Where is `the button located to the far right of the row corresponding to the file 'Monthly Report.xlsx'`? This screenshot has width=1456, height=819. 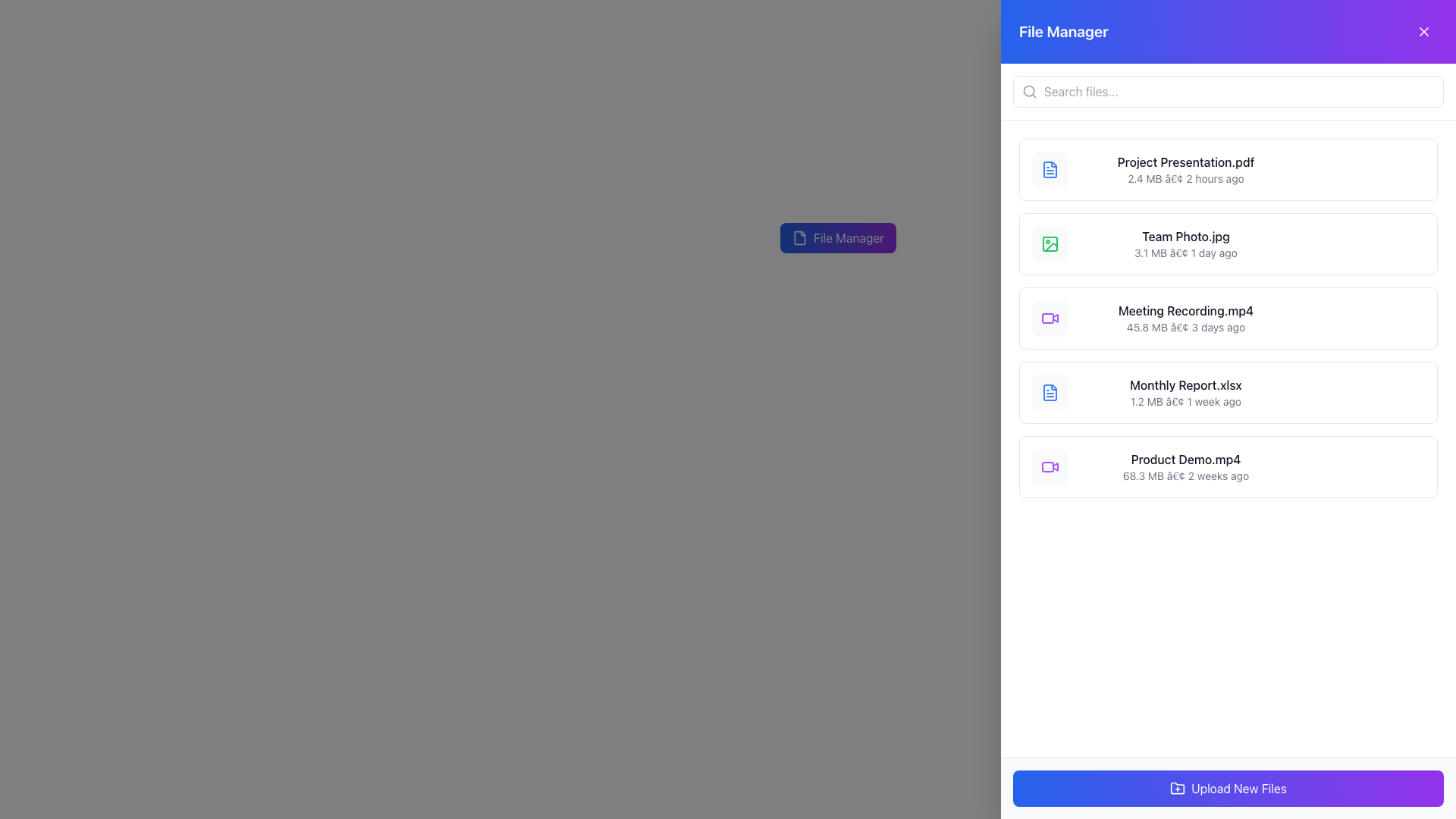
the button located to the far right of the row corresponding to the file 'Monthly Report.xlsx' is located at coordinates (1411, 391).